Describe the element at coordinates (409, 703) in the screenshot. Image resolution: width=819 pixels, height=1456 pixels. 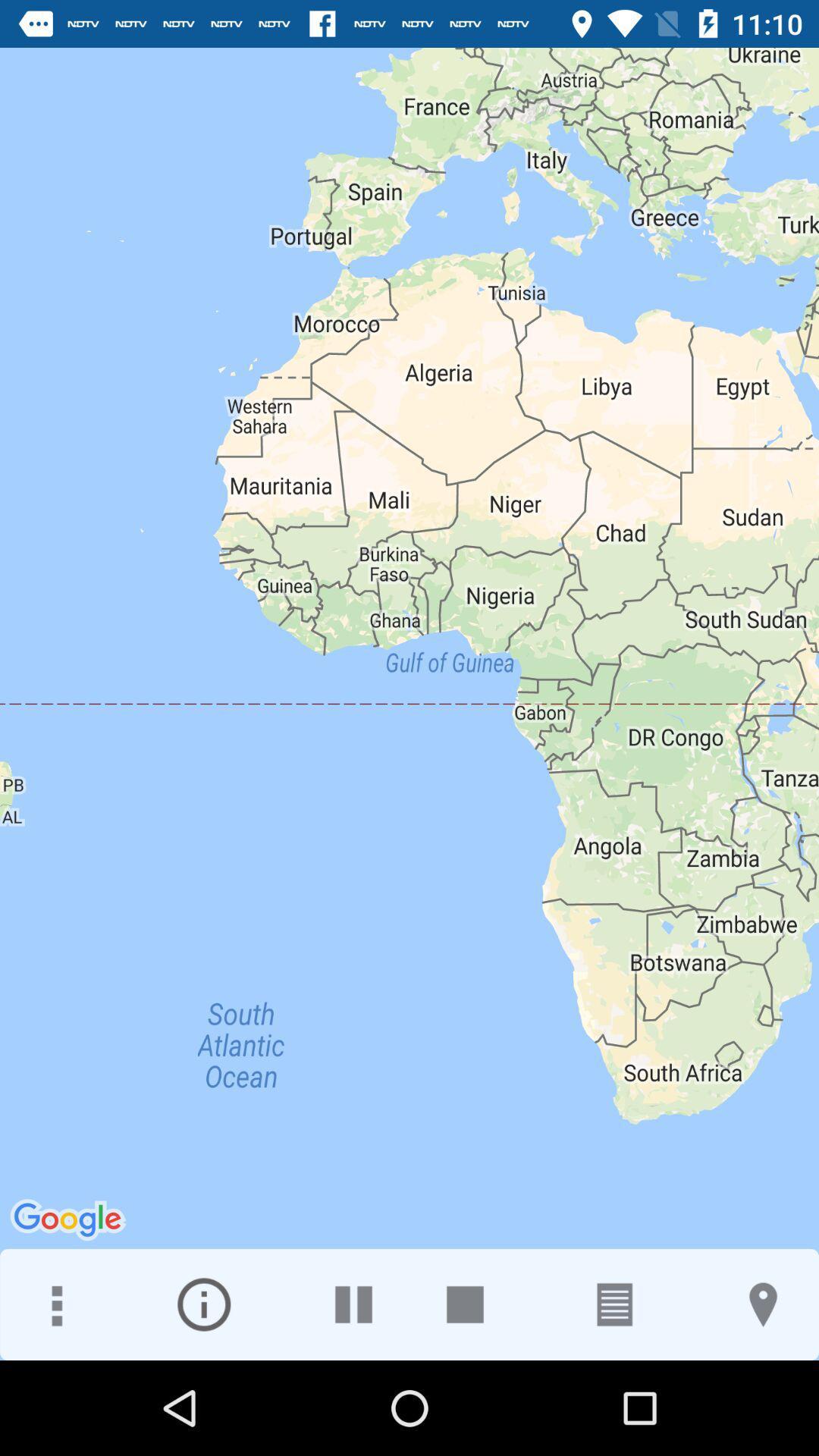
I see `icon at the center` at that location.